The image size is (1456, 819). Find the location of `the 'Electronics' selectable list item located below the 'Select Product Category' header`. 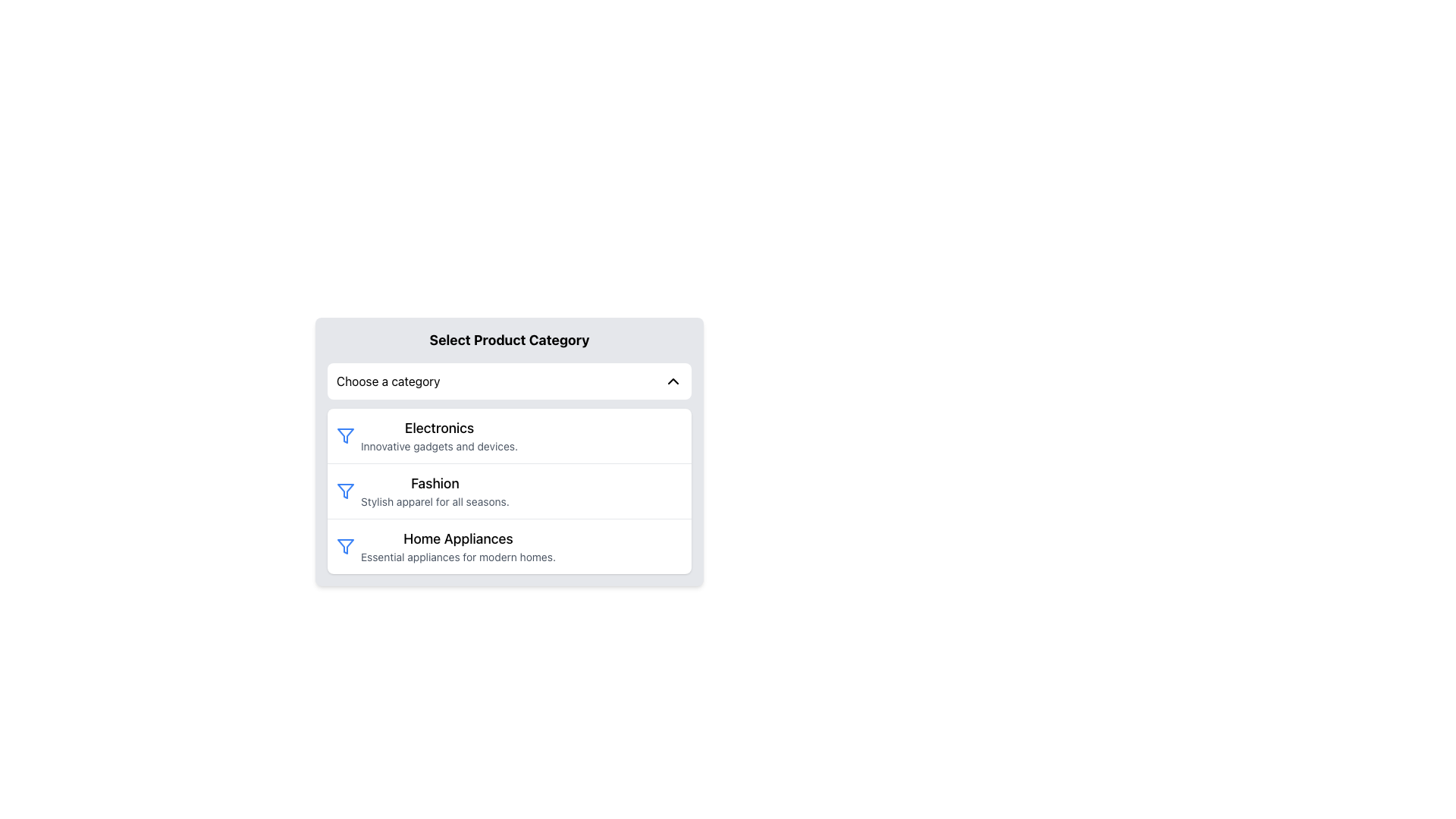

the 'Electronics' selectable list item located below the 'Select Product Category' header is located at coordinates (438, 435).